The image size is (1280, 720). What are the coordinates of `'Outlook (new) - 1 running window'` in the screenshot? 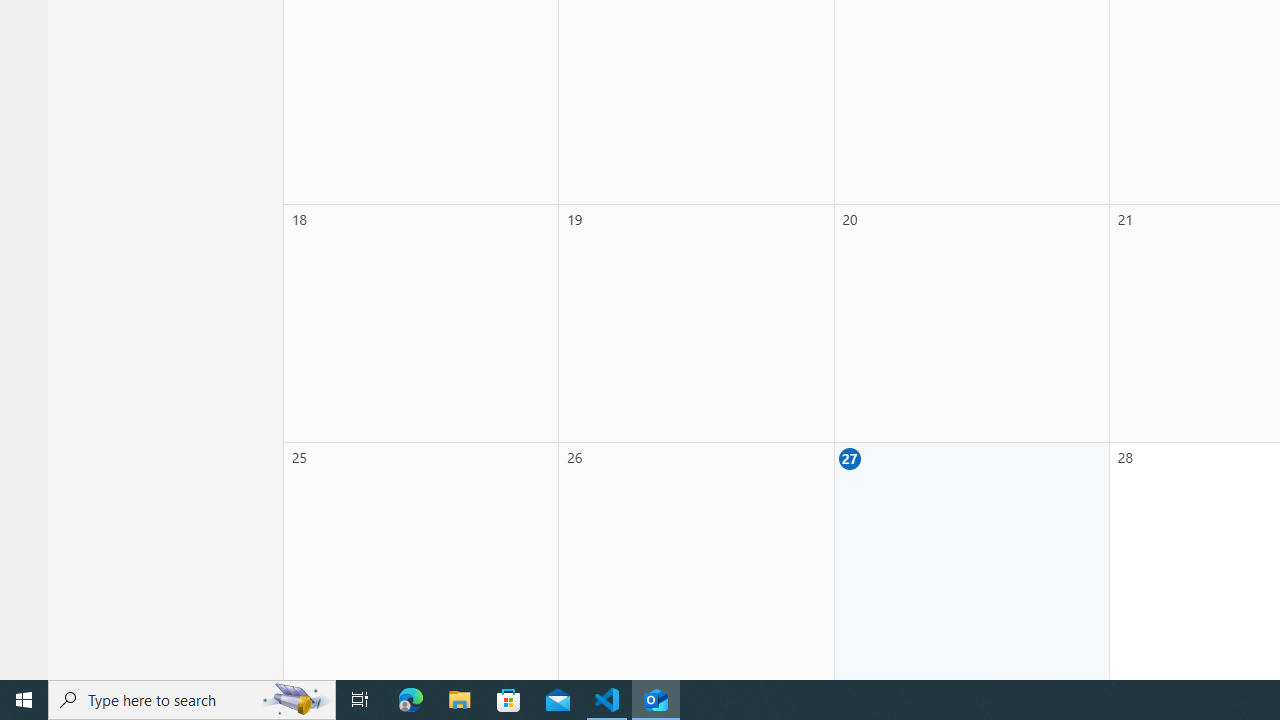 It's located at (656, 698).